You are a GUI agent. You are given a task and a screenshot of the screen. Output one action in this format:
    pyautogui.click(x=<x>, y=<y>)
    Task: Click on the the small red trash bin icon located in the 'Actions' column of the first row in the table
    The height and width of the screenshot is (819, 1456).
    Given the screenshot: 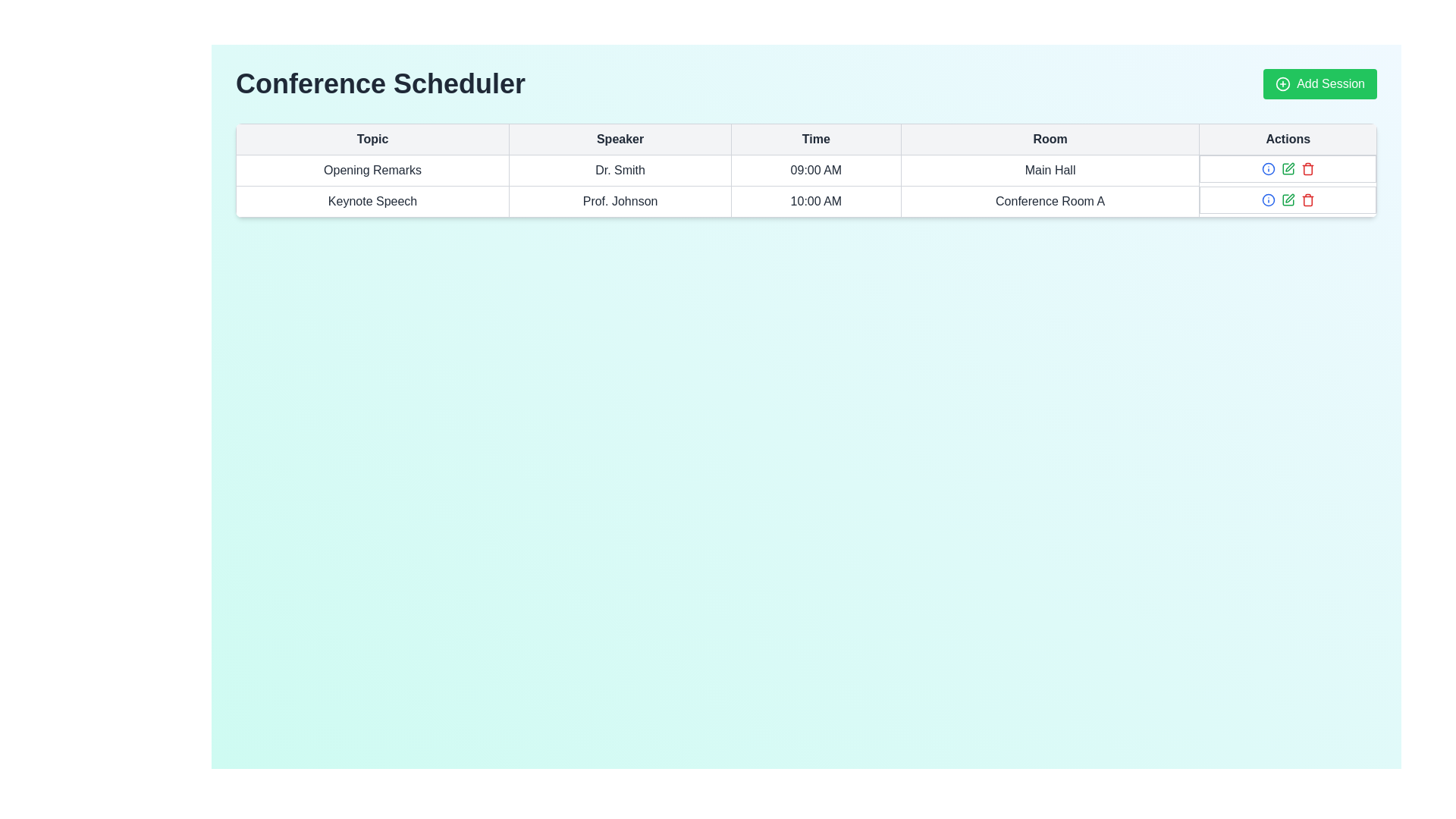 What is the action you would take?
    pyautogui.click(x=1307, y=169)
    